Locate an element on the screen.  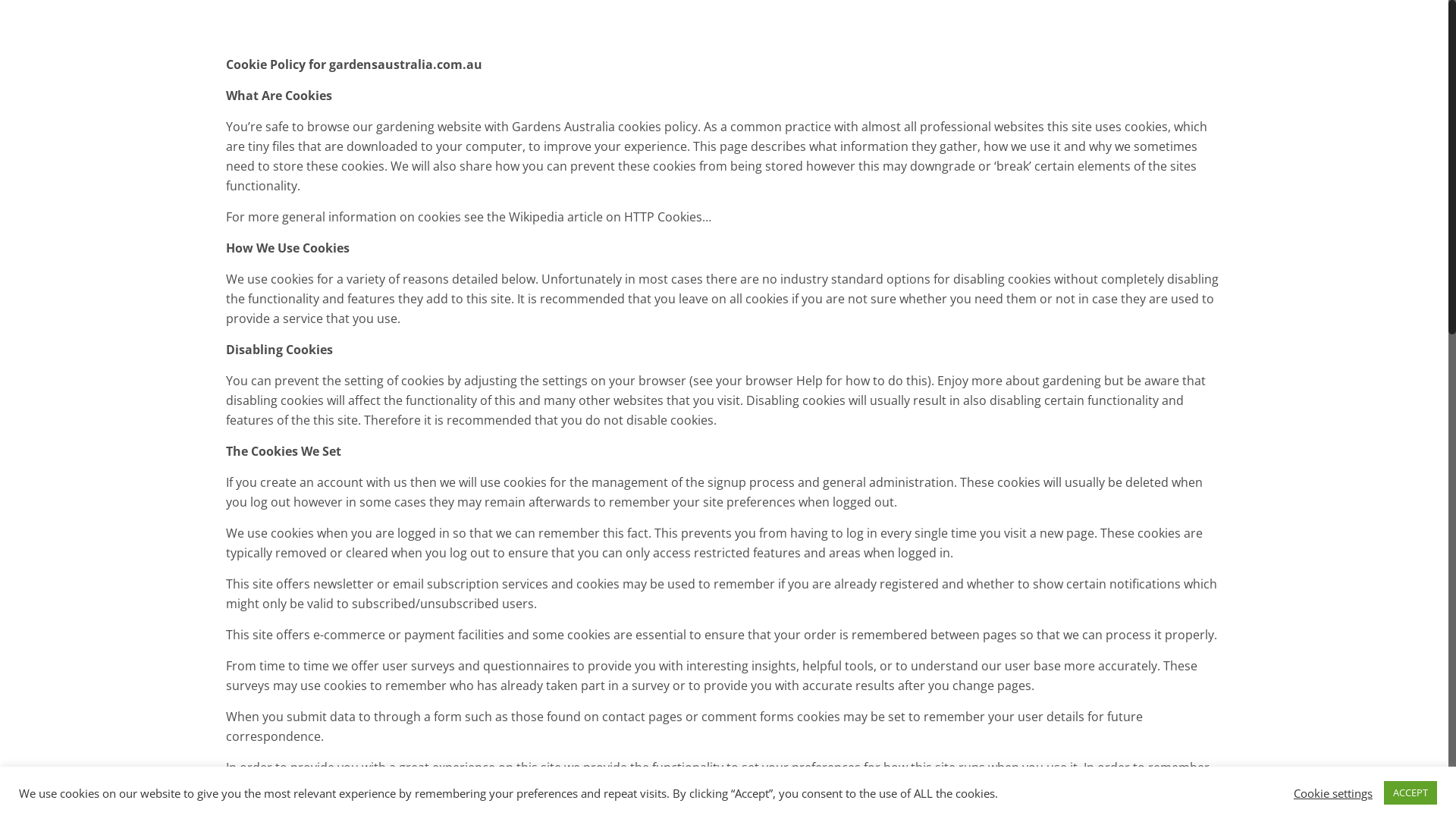
'Cookie settings' is located at coordinates (1332, 792).